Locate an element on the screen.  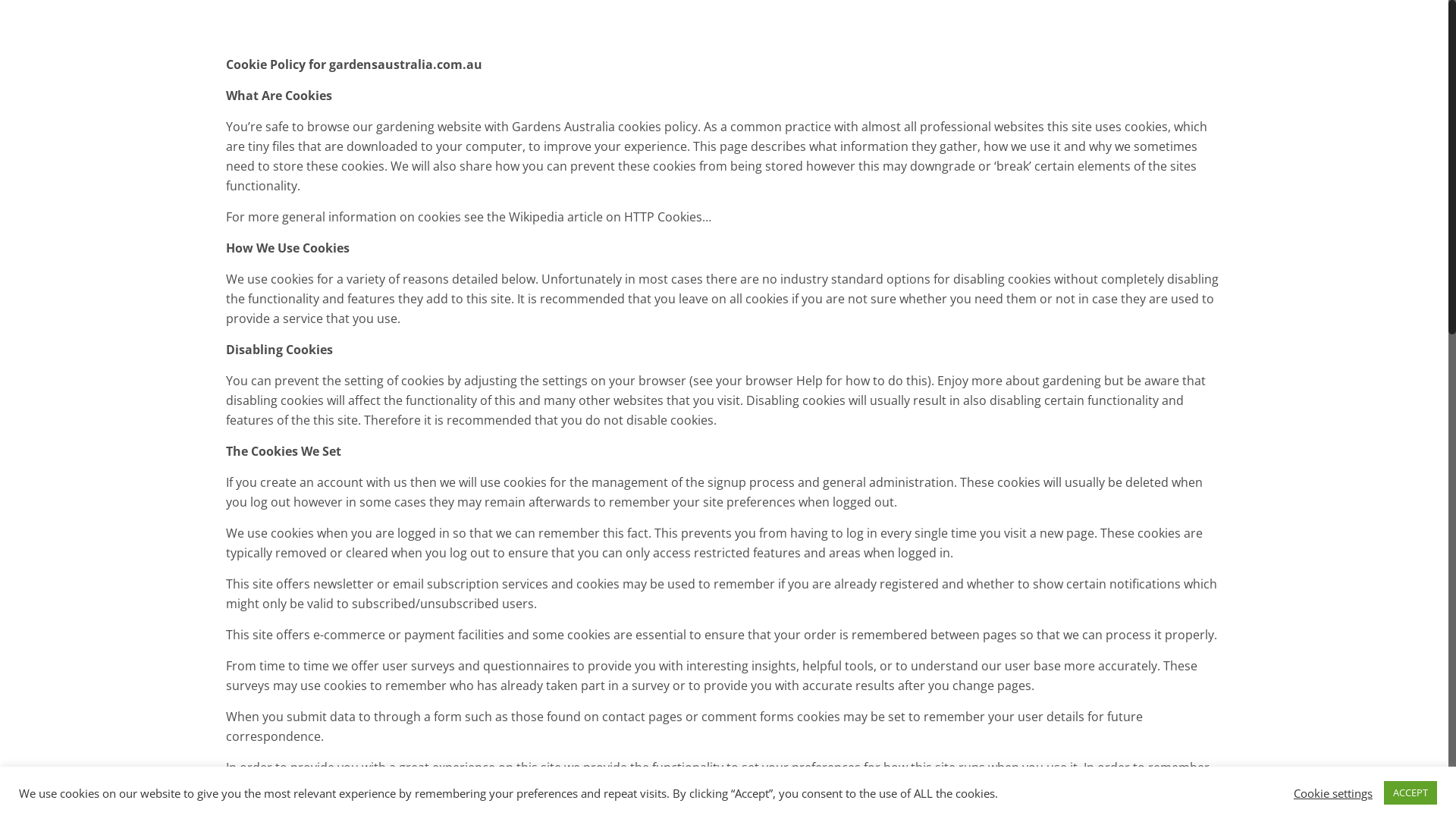
'Cookie settings' is located at coordinates (1332, 792).